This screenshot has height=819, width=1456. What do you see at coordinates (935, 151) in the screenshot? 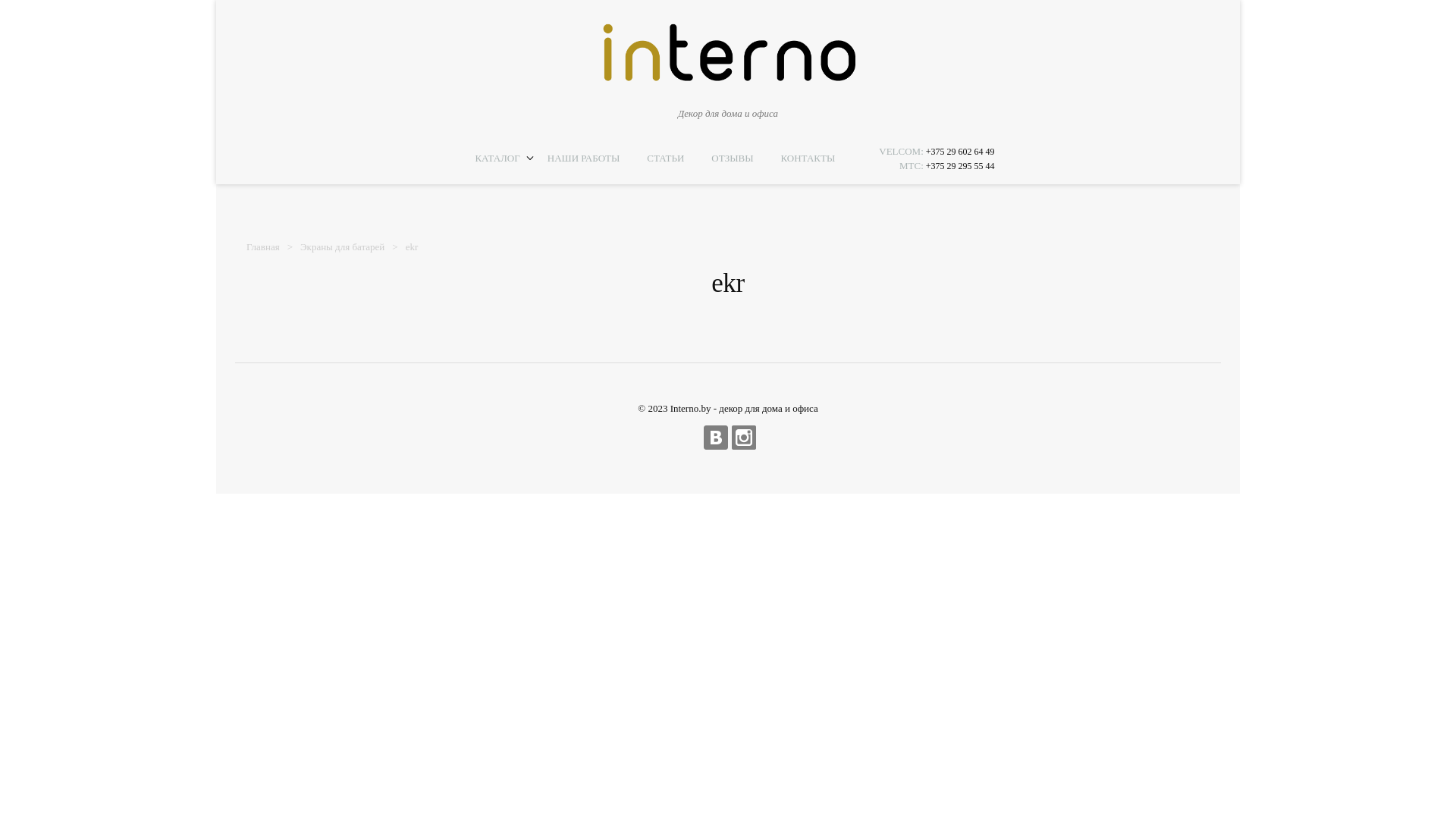
I see `'VELCOM: +375 29 602 64 49'` at bounding box center [935, 151].